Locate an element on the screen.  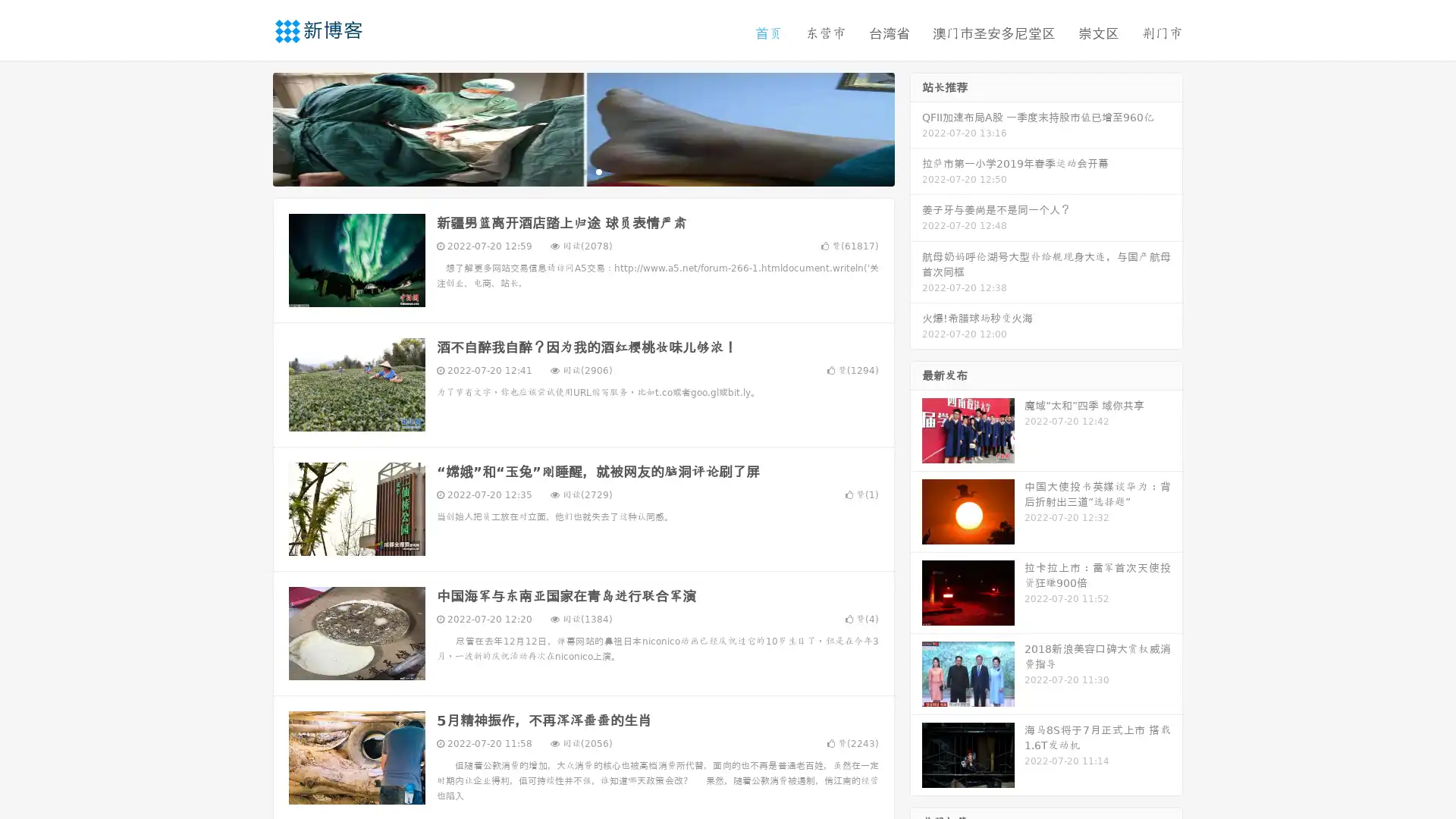
Previous slide is located at coordinates (250, 127).